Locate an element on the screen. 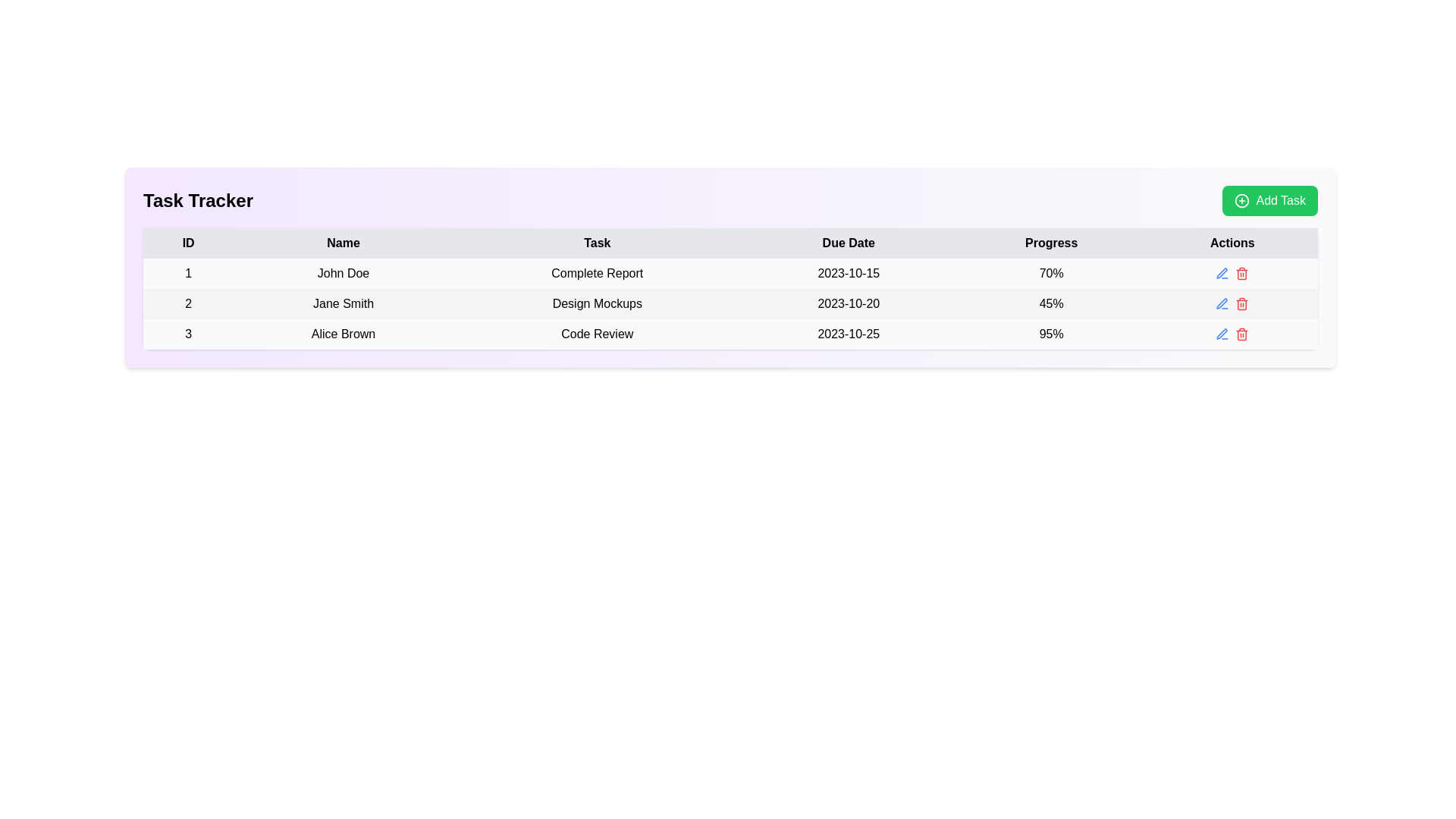 This screenshot has width=1456, height=819. the text label displaying the date '2023-10-15' located in the 'Due Date' column of a table row is located at coordinates (848, 274).